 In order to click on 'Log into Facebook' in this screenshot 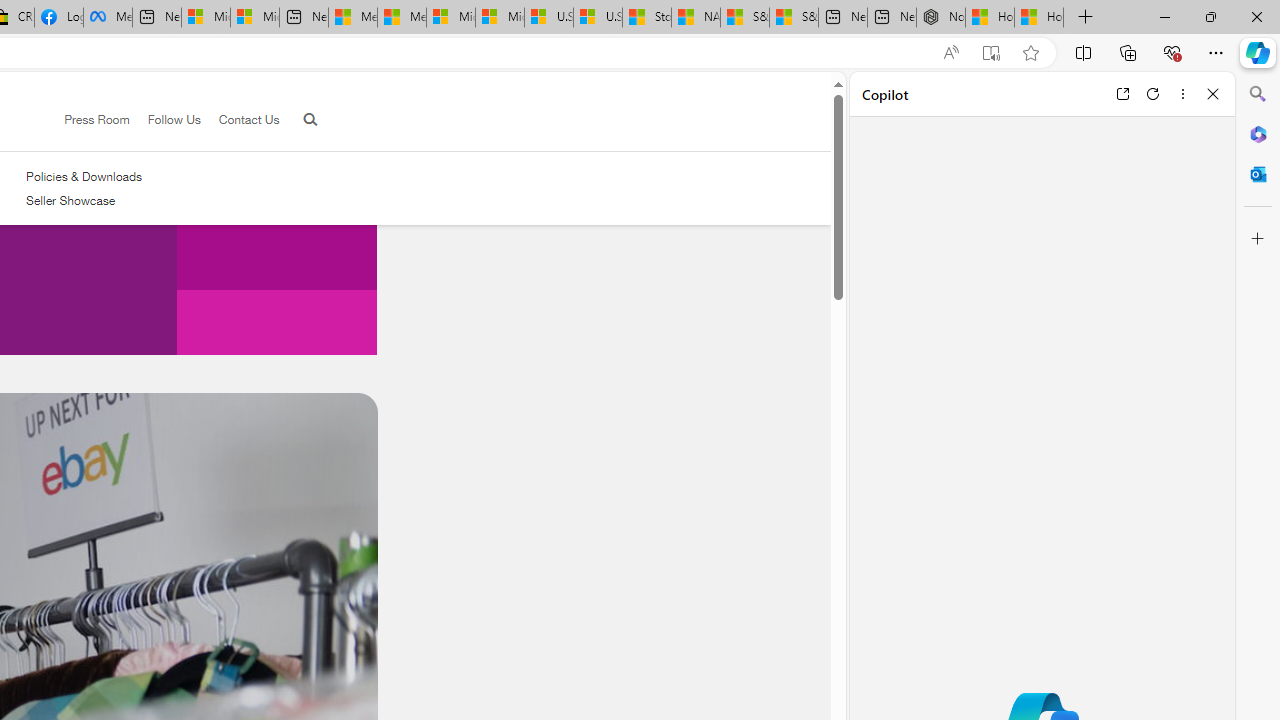, I will do `click(58, 17)`.